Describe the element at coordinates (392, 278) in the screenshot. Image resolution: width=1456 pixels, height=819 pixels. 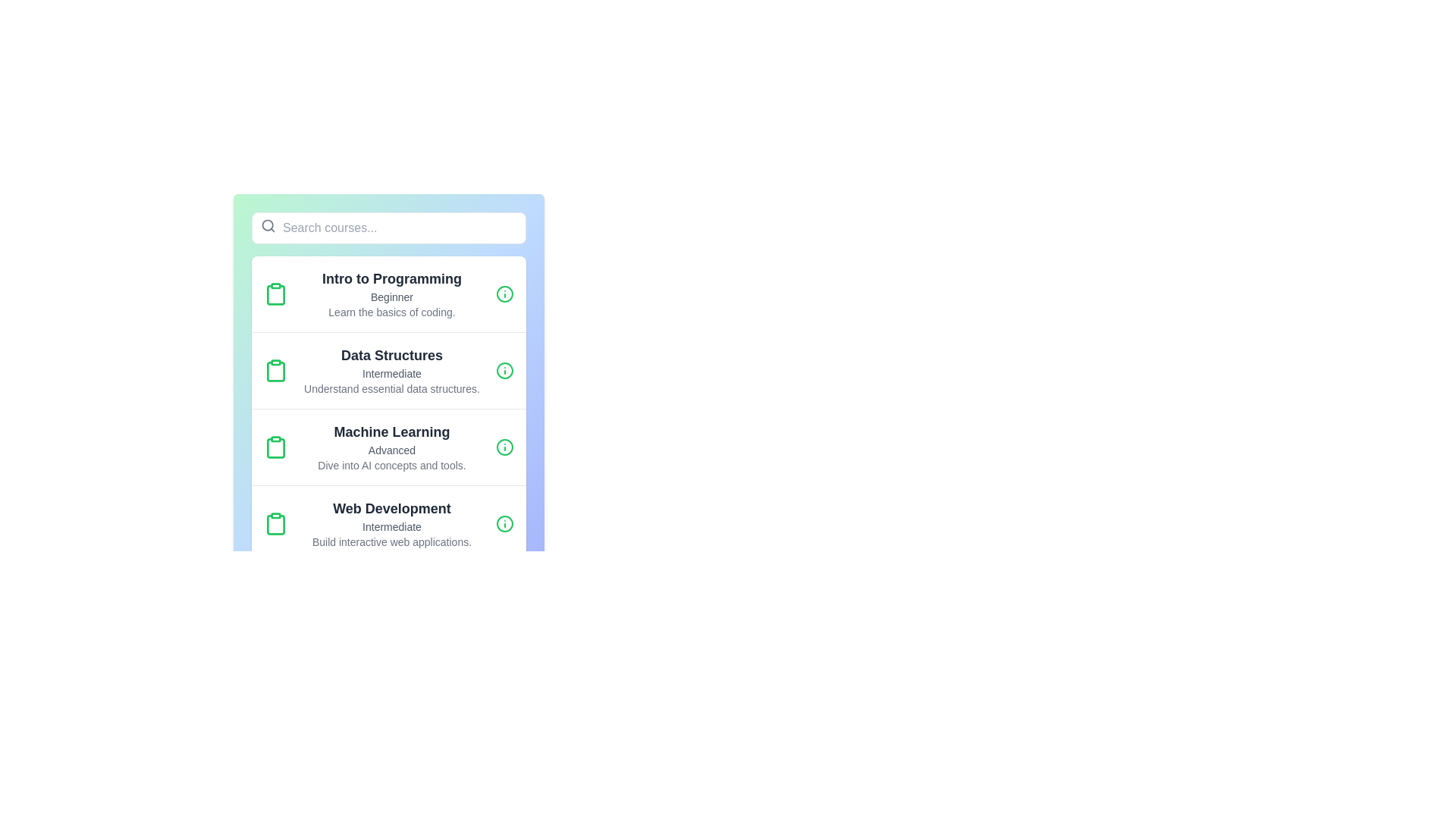
I see `the Text display label, which serves` at that location.